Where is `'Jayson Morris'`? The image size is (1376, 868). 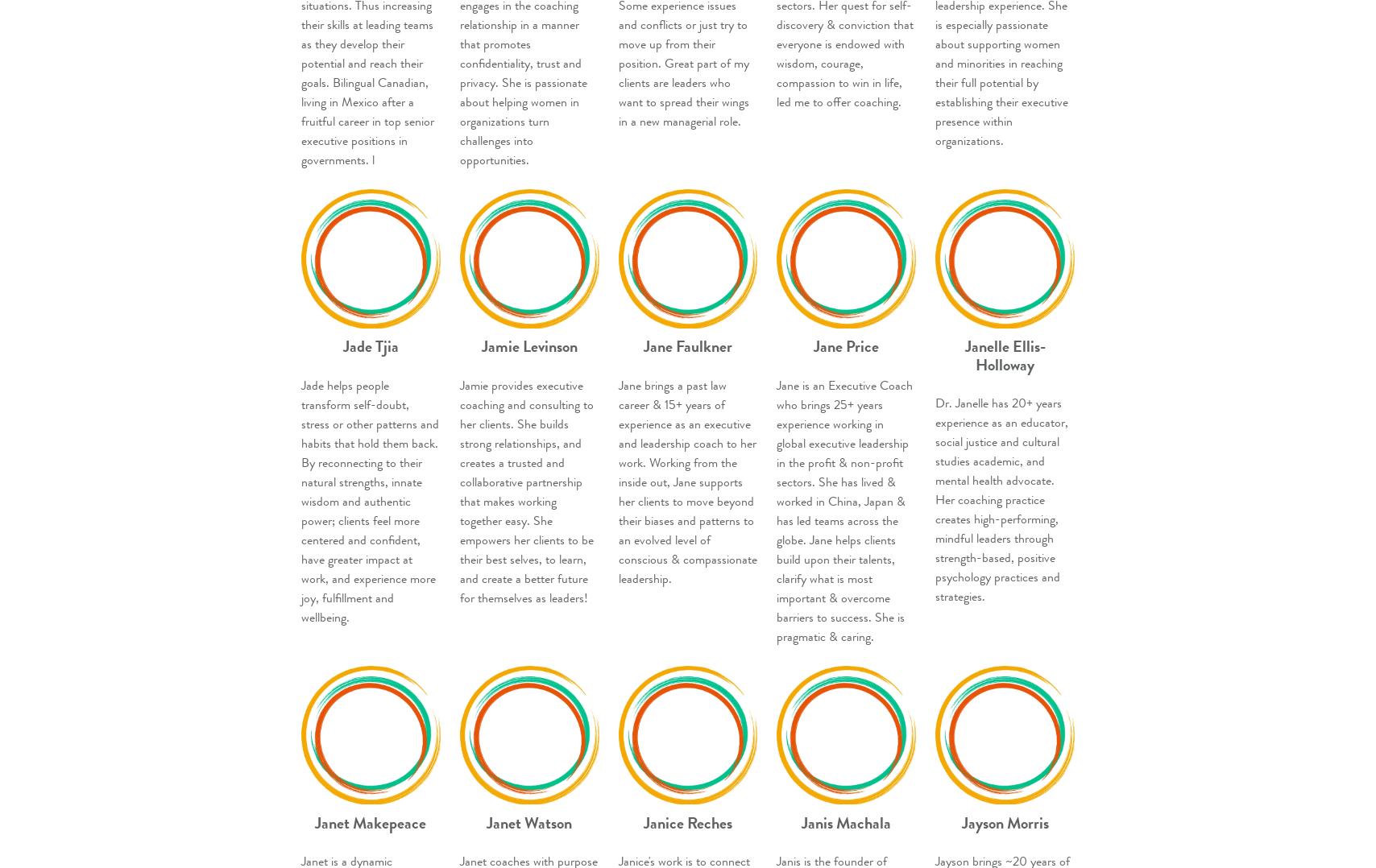 'Jayson Morris' is located at coordinates (1005, 821).